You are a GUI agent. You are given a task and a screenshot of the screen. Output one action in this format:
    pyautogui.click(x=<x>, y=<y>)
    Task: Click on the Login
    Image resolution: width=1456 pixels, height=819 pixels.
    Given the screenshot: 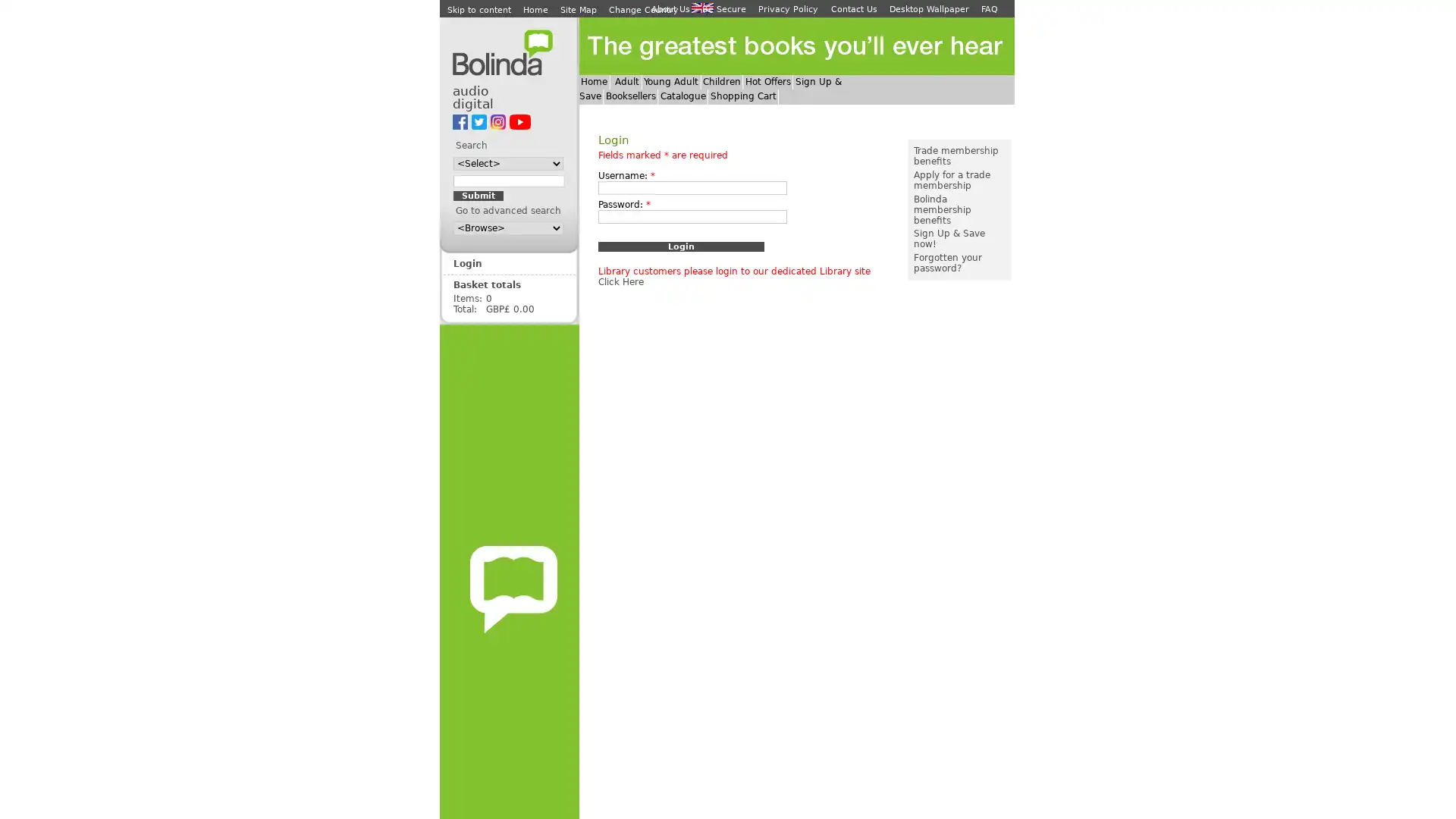 What is the action you would take?
    pyautogui.click(x=679, y=245)
    